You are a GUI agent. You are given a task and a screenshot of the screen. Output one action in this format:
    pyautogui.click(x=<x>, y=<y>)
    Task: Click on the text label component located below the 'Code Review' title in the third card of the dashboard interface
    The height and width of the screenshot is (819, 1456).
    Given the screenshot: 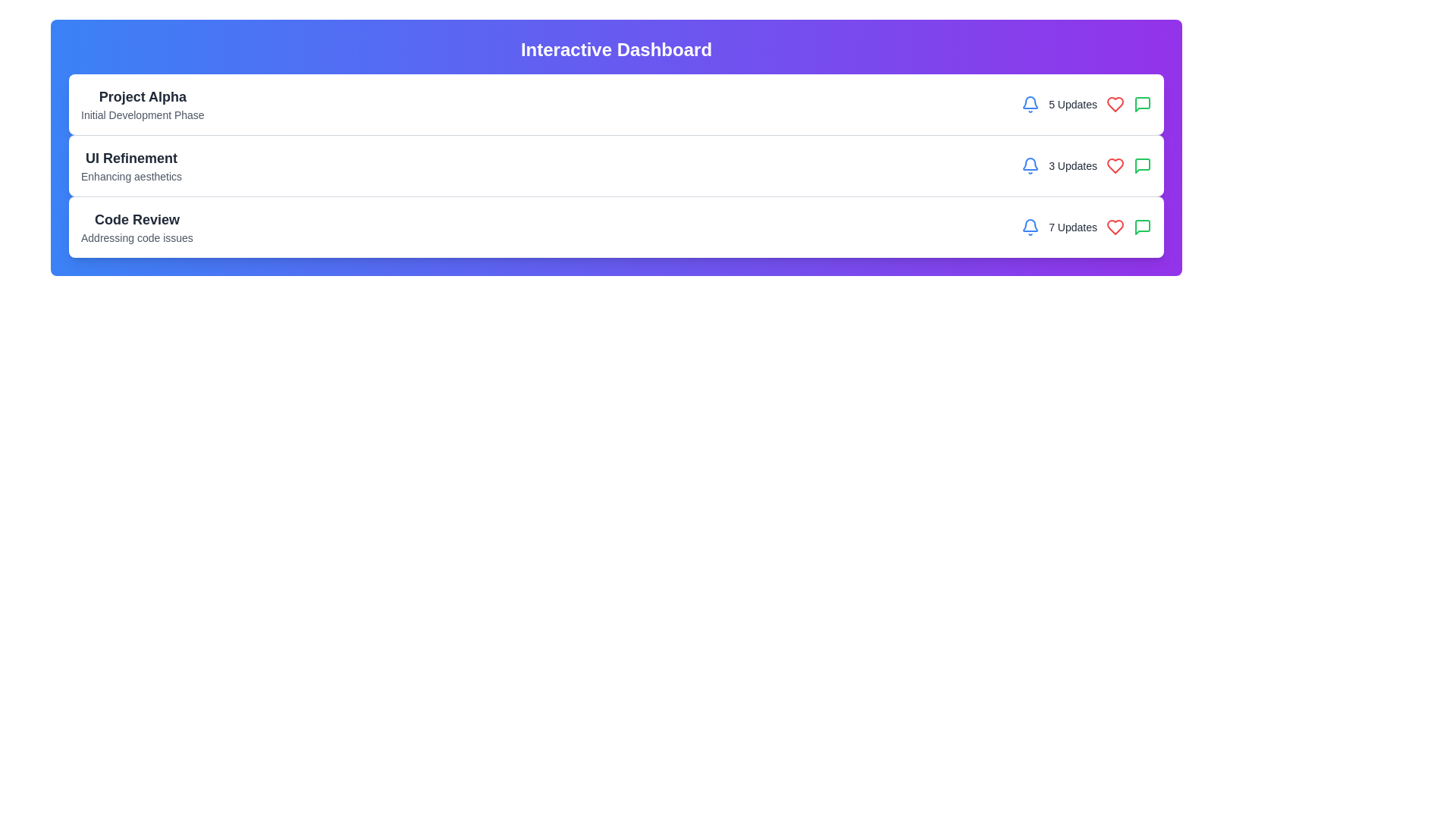 What is the action you would take?
    pyautogui.click(x=136, y=237)
    